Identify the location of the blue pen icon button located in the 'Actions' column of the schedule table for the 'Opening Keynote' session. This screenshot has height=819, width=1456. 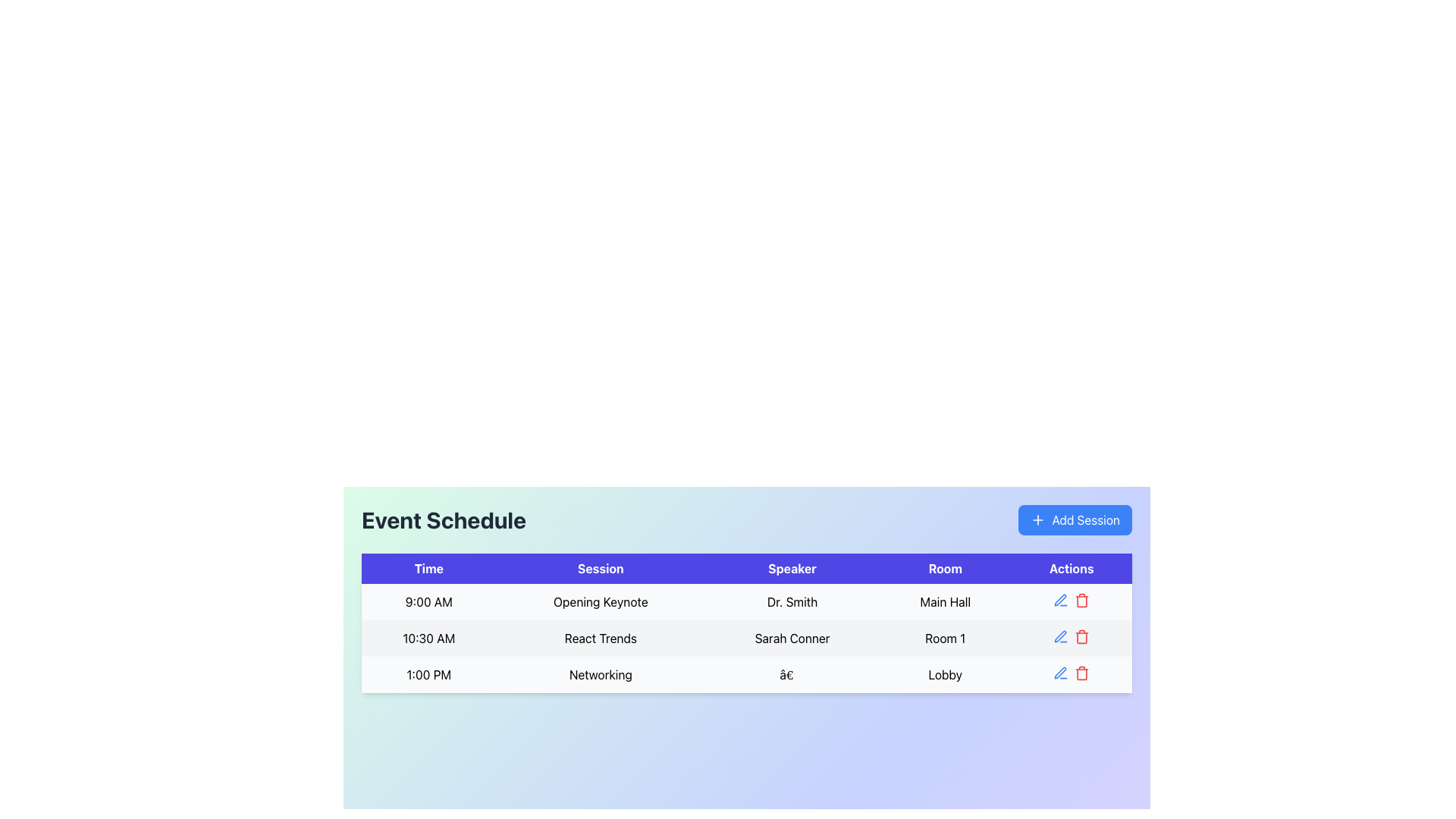
(1060, 599).